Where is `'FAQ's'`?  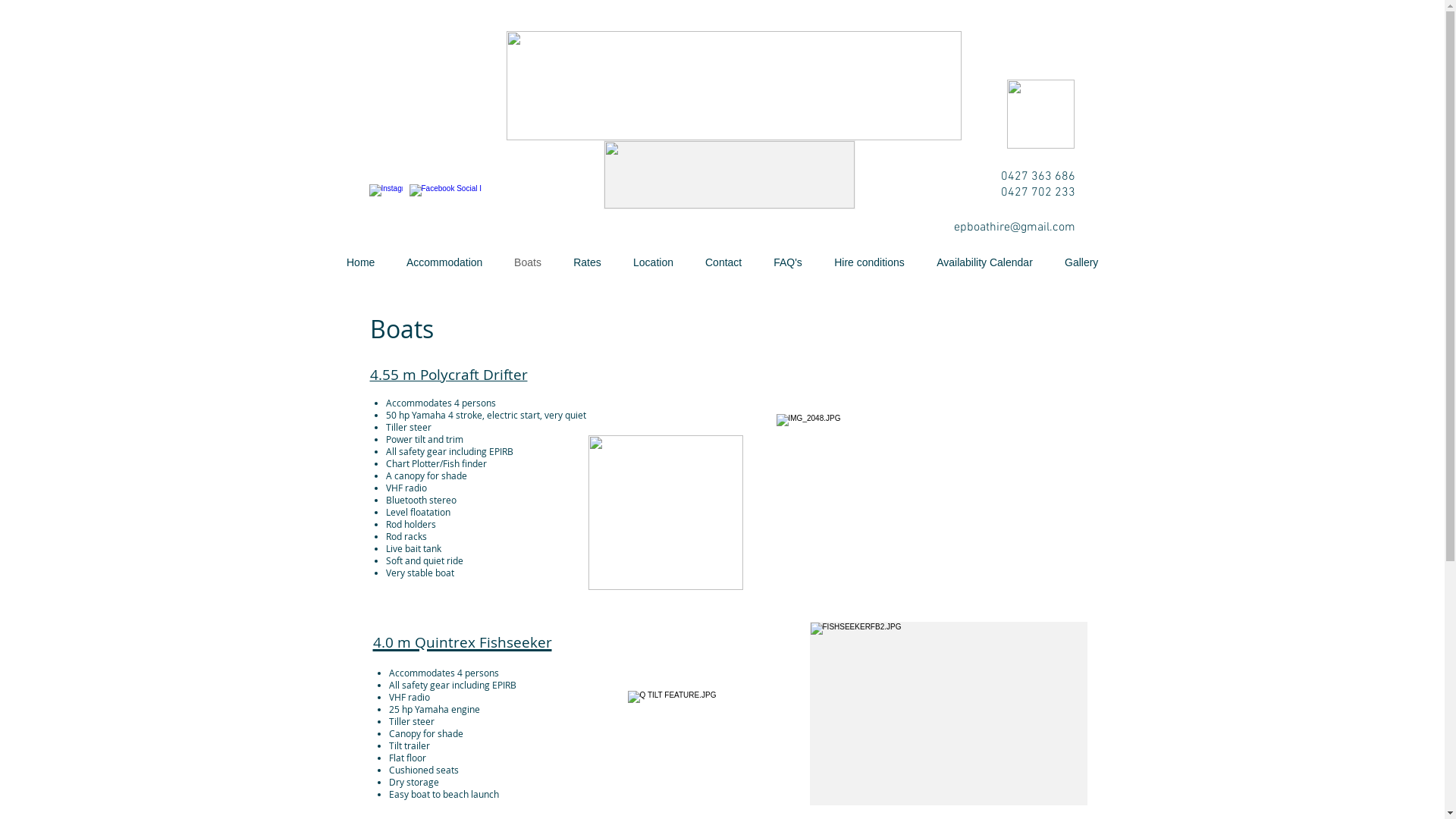 'FAQ's' is located at coordinates (757, 262).